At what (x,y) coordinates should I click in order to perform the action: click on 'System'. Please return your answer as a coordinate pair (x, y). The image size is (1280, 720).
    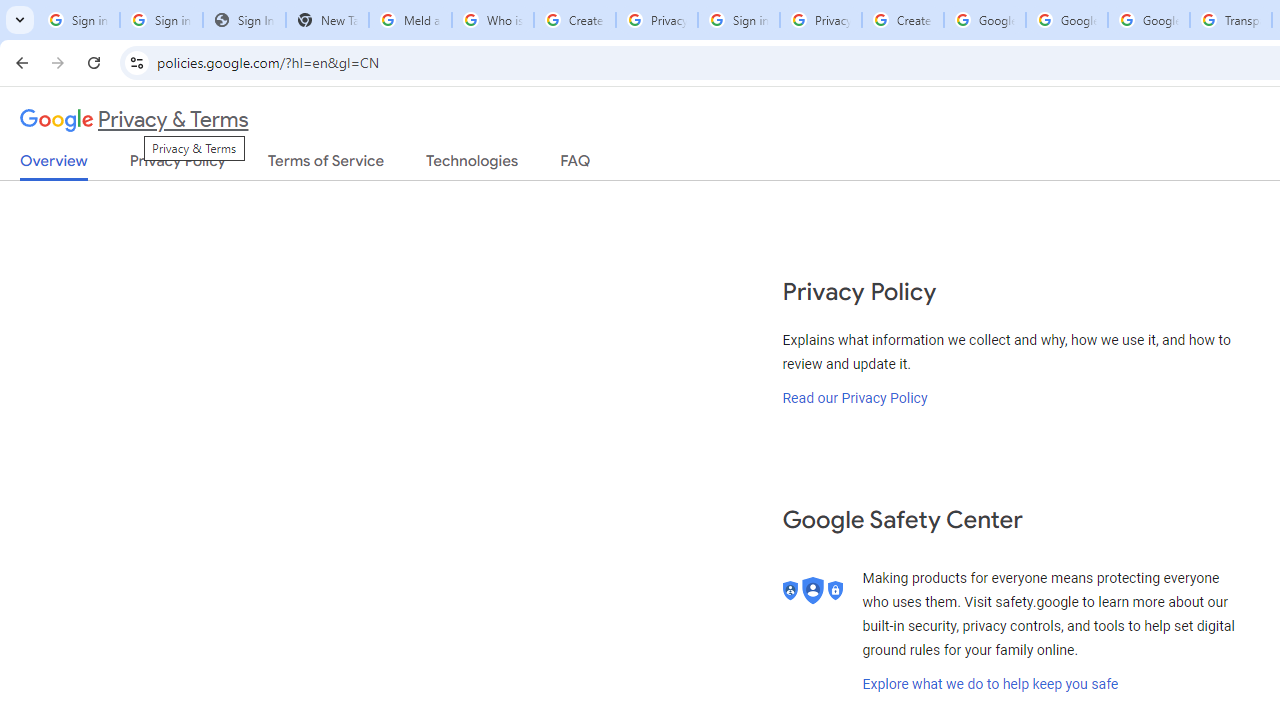
    Looking at the image, I should click on (10, 11).